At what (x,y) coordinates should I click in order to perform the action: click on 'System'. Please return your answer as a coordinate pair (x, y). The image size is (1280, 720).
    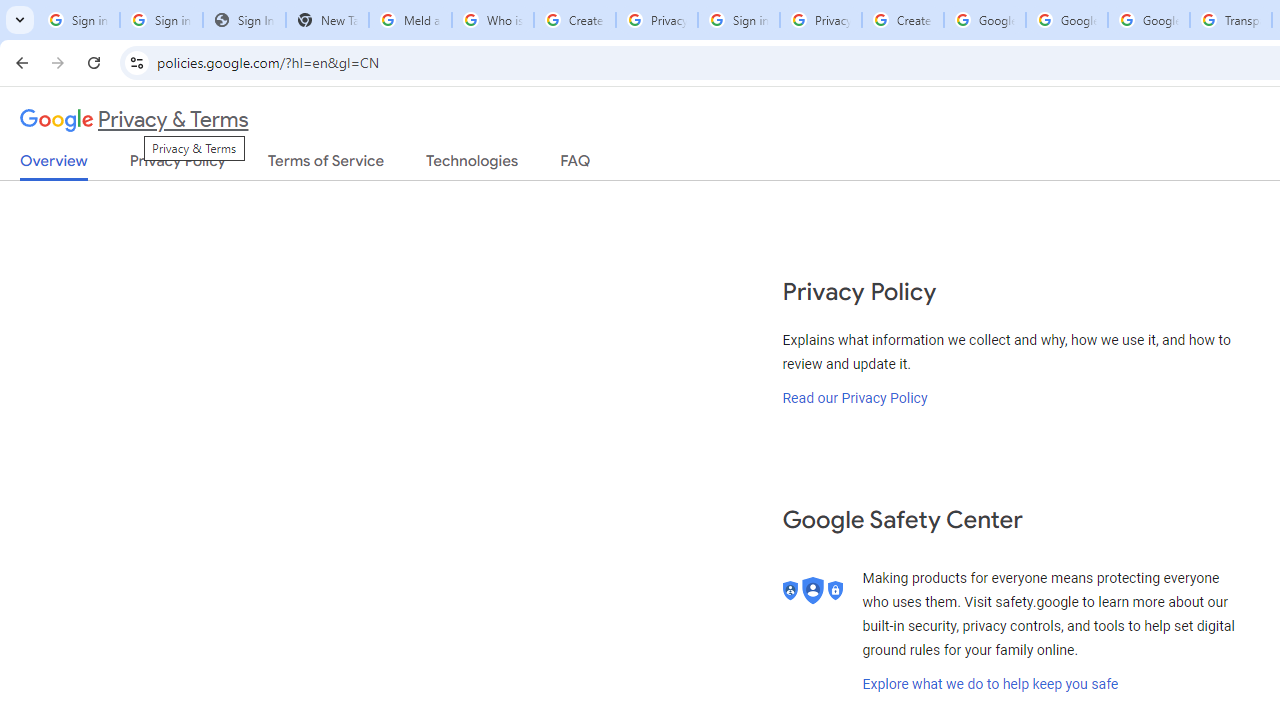
    Looking at the image, I should click on (10, 11).